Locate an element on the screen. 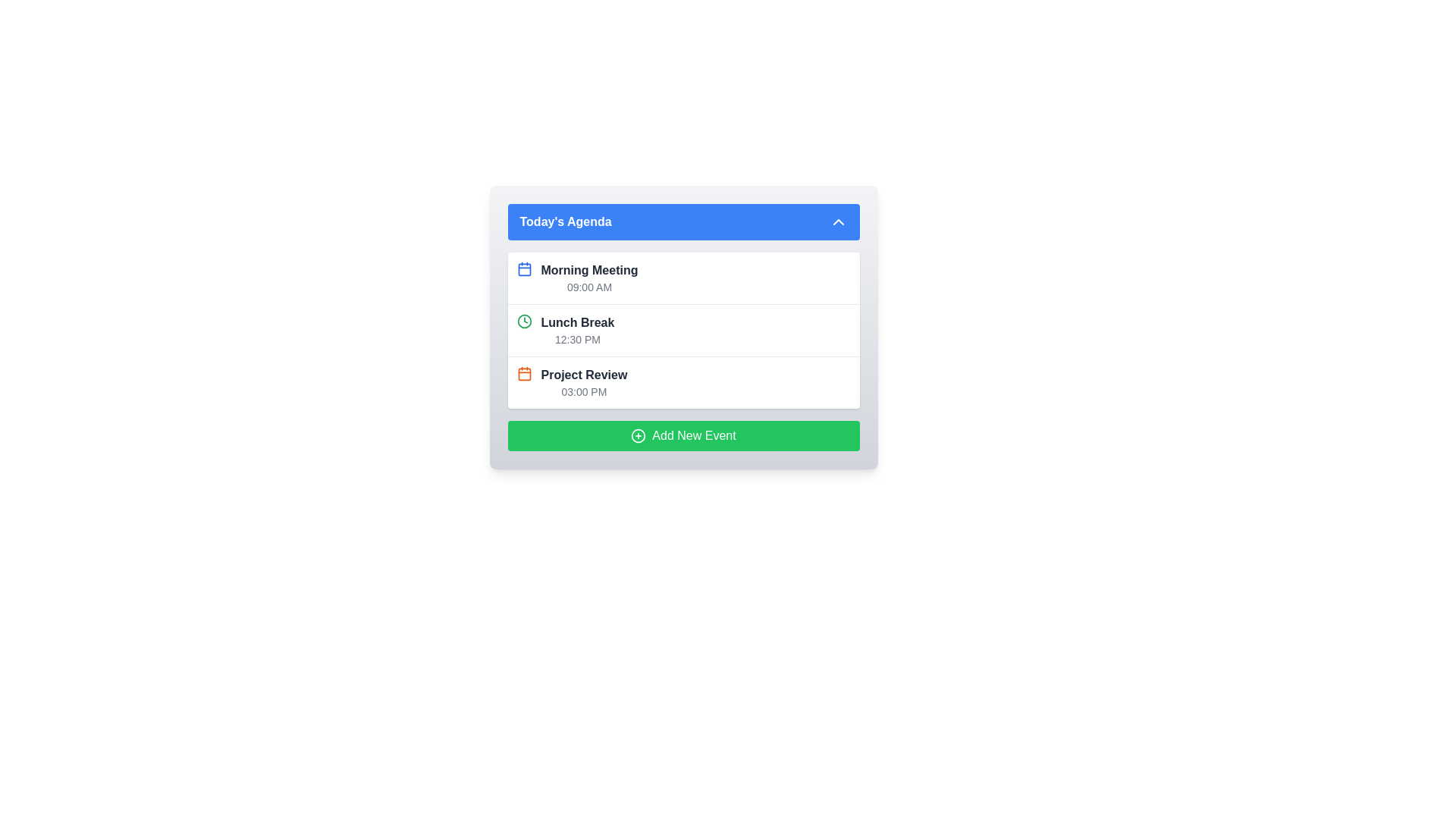 The width and height of the screenshot is (1456, 819). text displayed in the 'Today's Agenda' Text Display element, which is prominently shown in bold white font on a blue rectangular background at the top of the card component is located at coordinates (565, 222).